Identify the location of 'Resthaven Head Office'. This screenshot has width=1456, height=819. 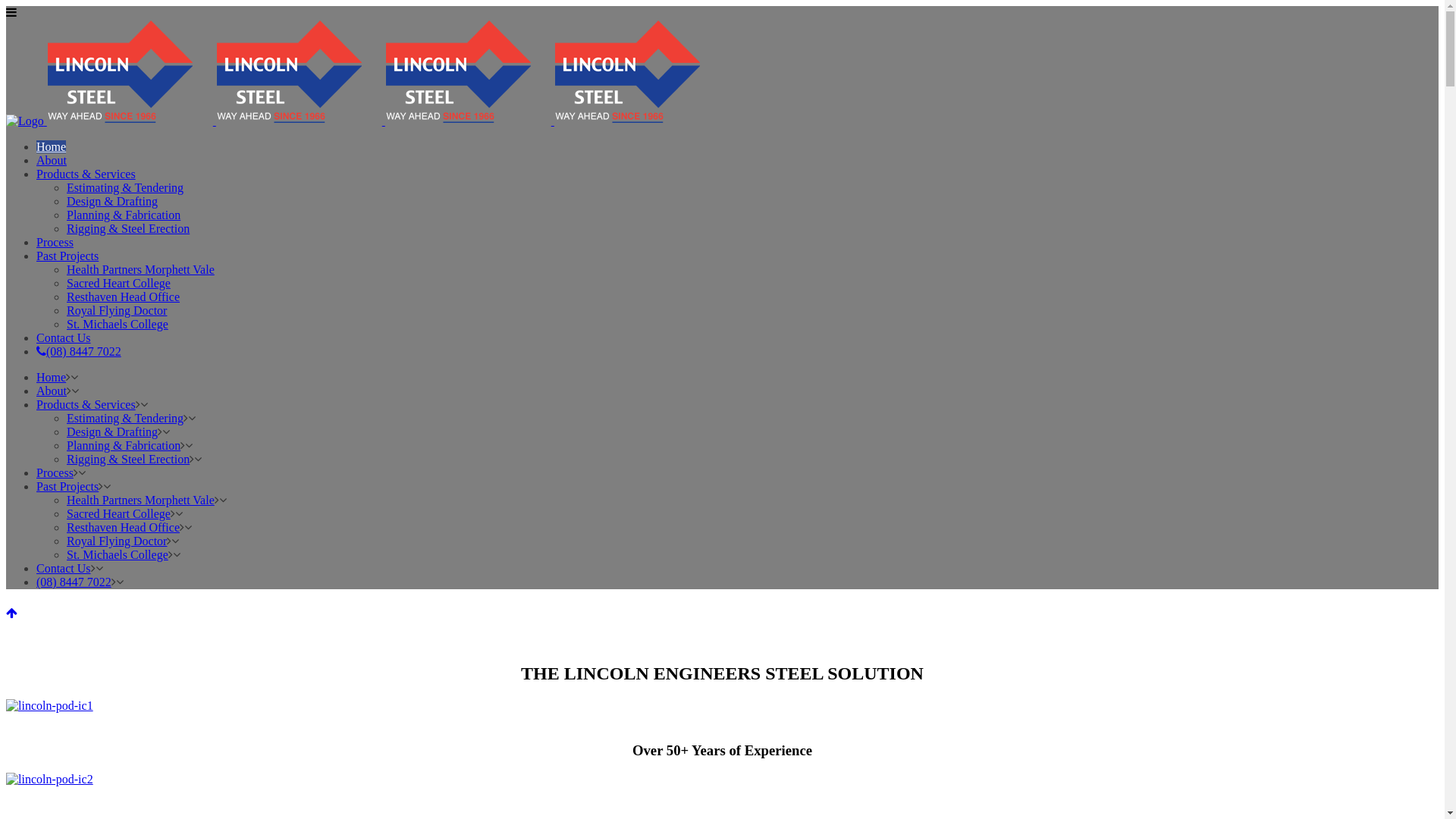
(123, 297).